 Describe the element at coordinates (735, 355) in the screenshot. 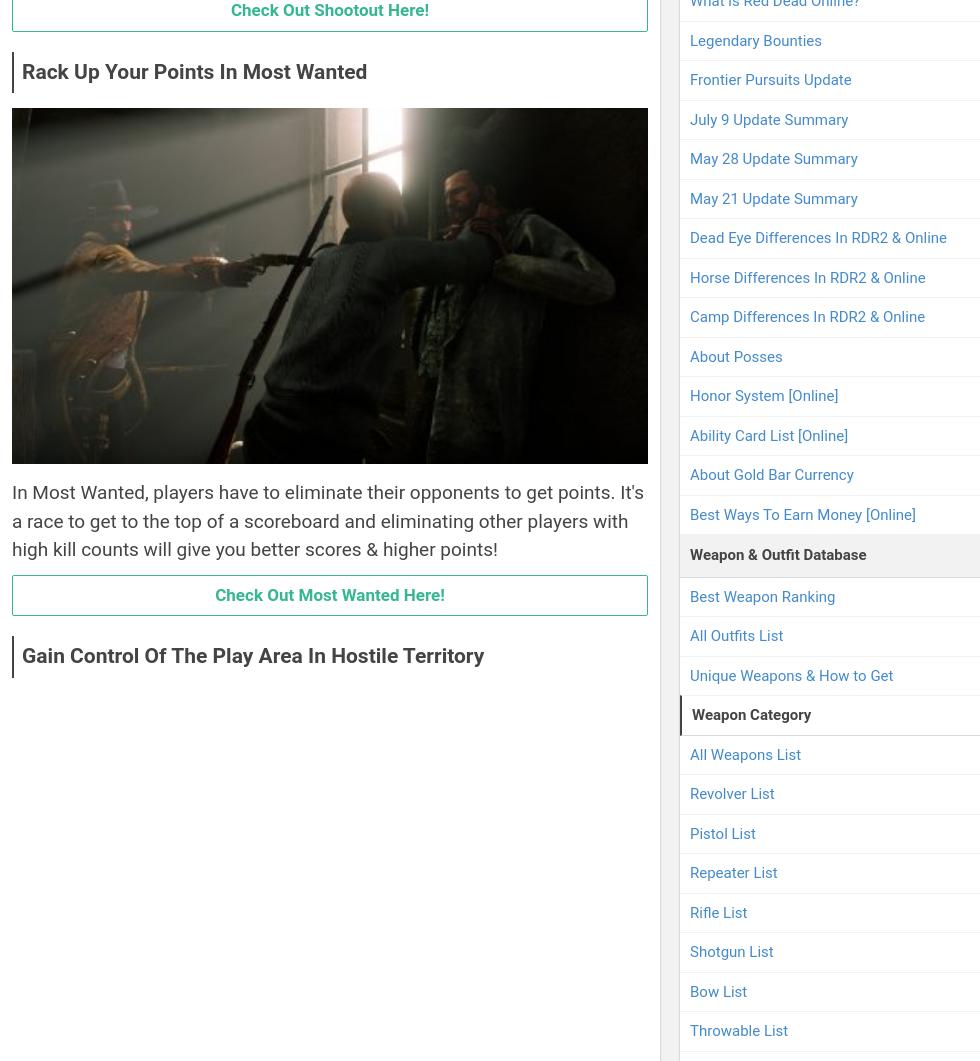

I see `'About Posses'` at that location.